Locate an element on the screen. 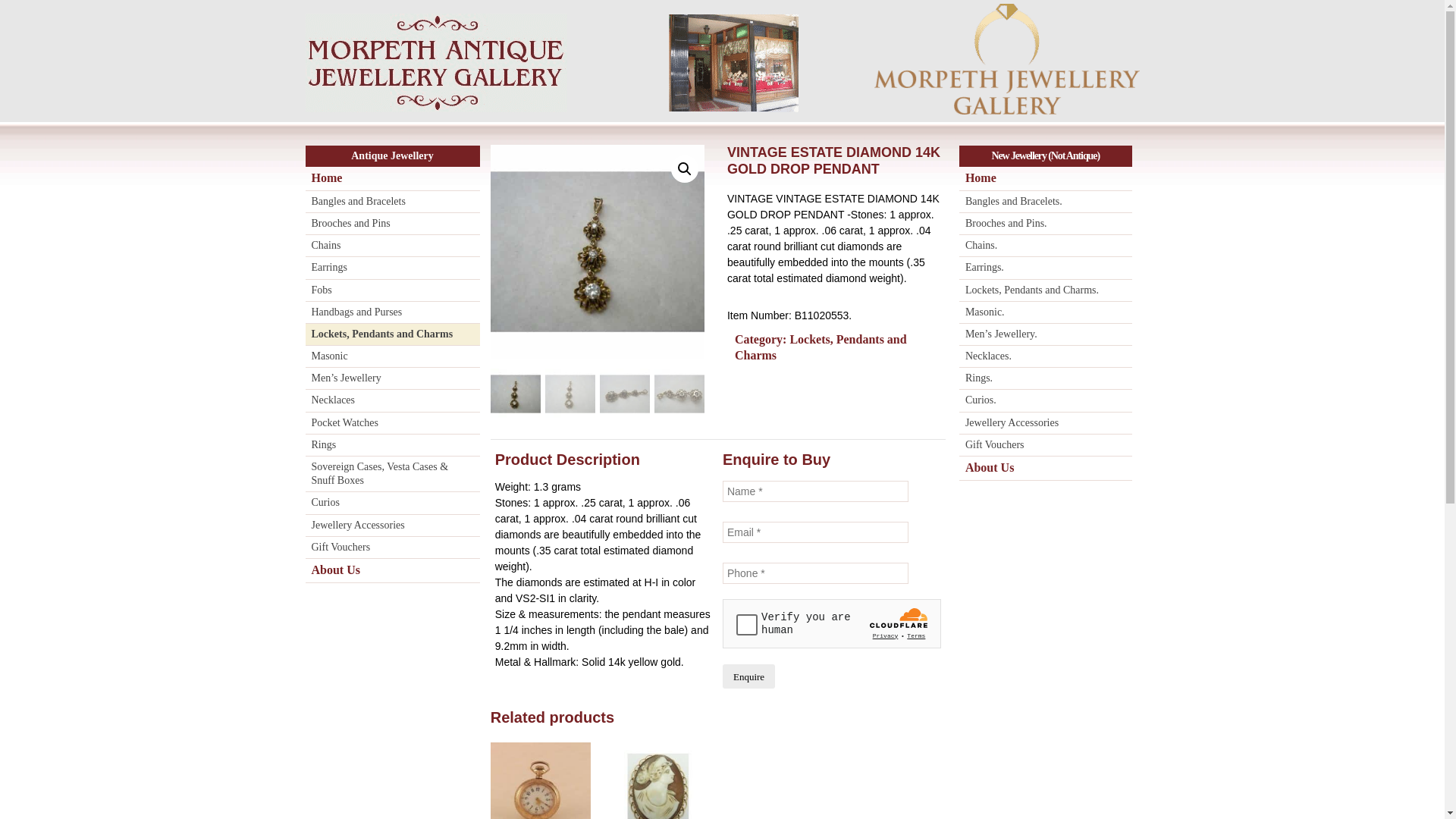 The image size is (1456, 819). 'Gift Vouchers' is located at coordinates (392, 548).